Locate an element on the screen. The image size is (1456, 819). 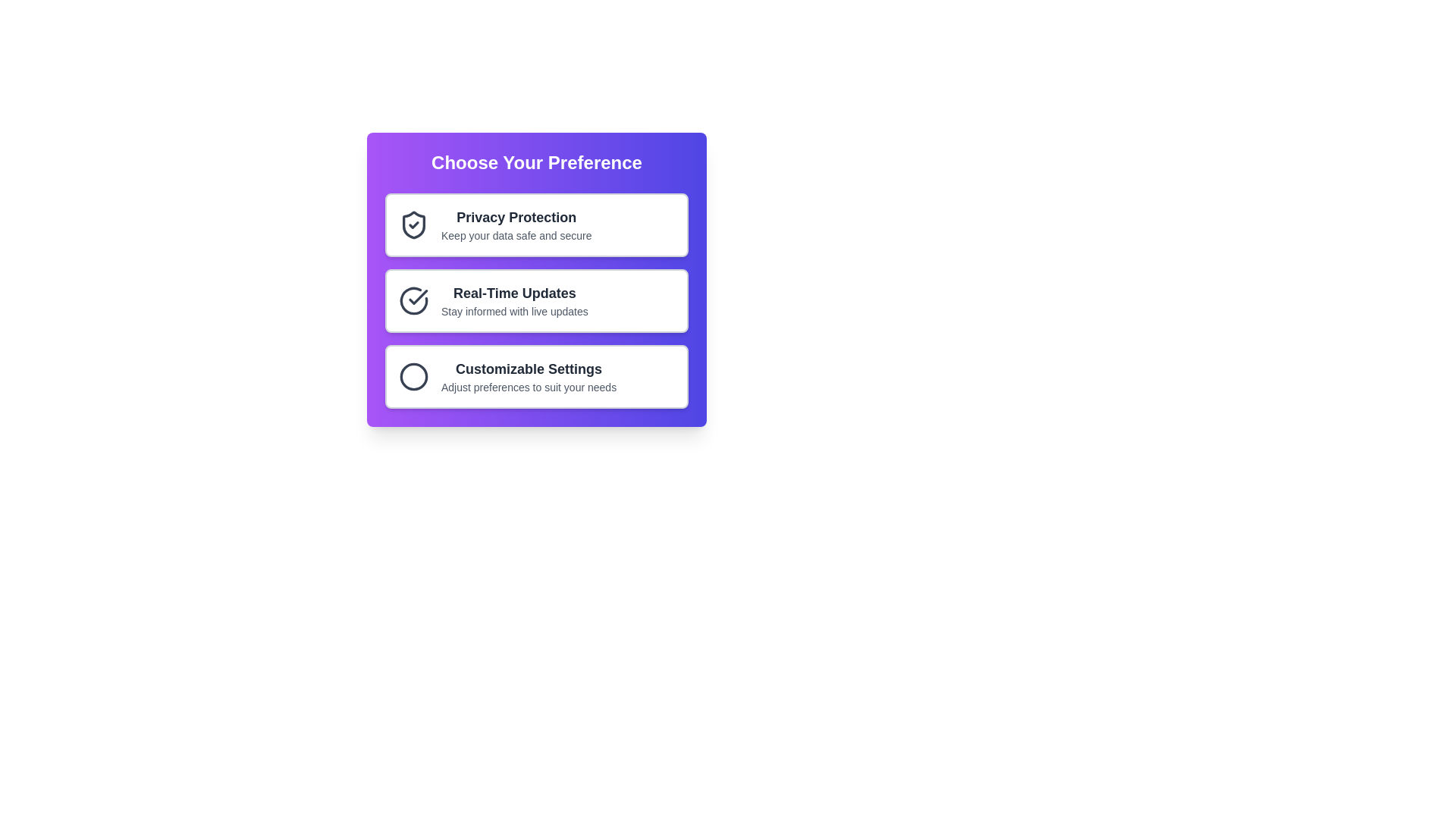
the descriptive text element located directly beneath the 'Privacy Protection' title, which explains the purpose of the associated option is located at coordinates (516, 236).